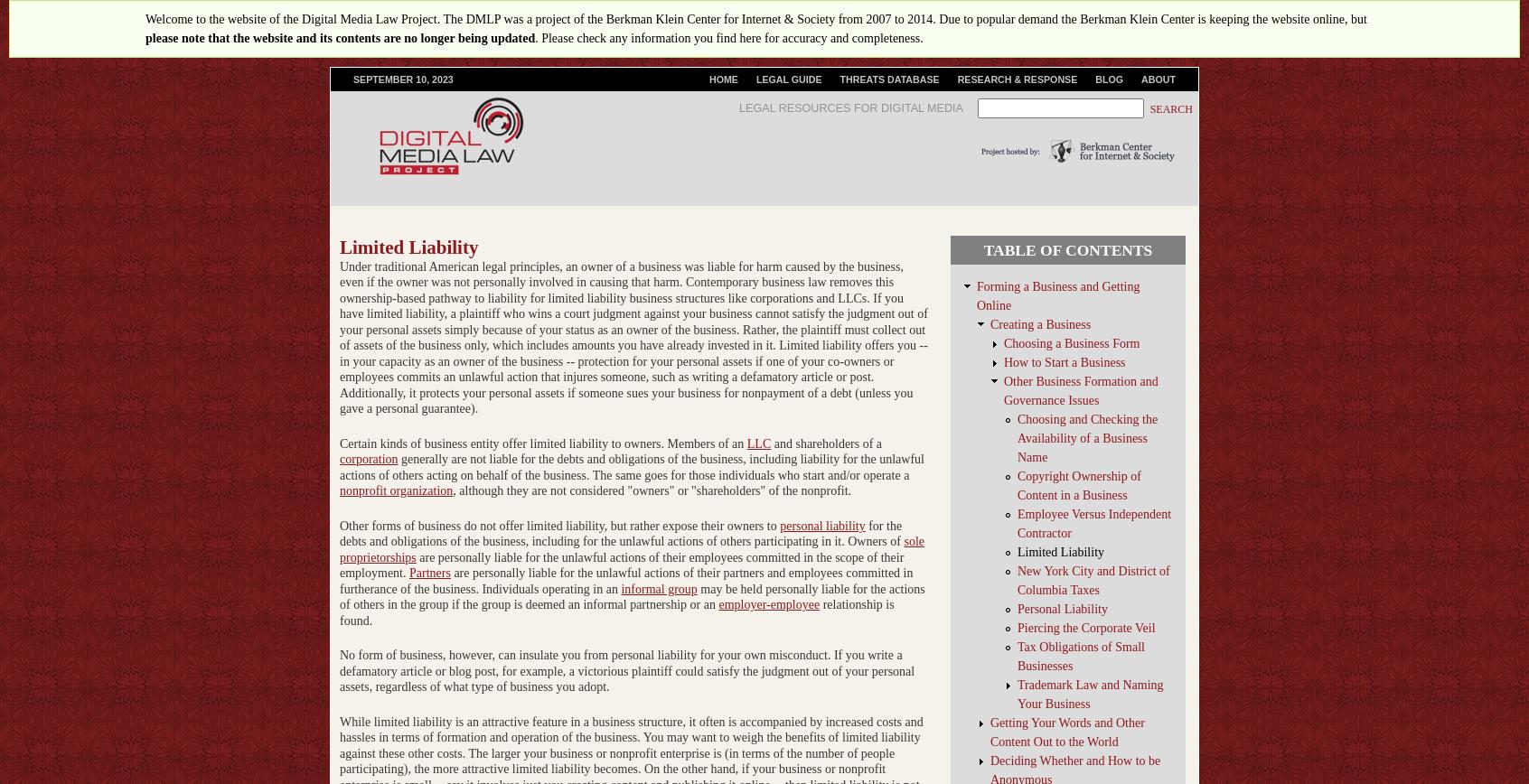 The image size is (1529, 784). Describe the element at coordinates (758, 443) in the screenshot. I see `'LLC'` at that location.